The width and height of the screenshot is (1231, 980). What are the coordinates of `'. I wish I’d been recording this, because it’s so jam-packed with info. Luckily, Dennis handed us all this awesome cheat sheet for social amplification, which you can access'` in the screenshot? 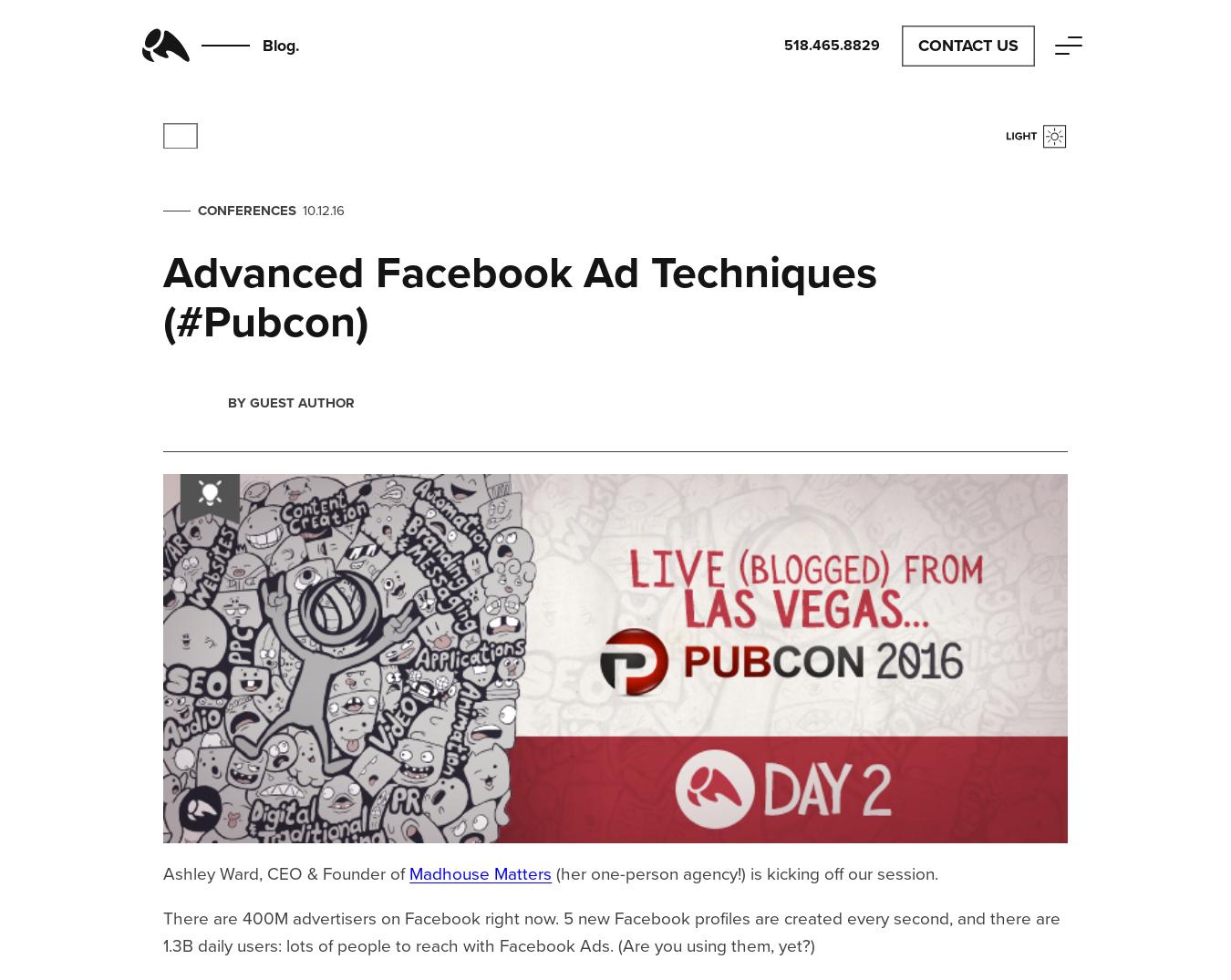 It's located at (610, 394).